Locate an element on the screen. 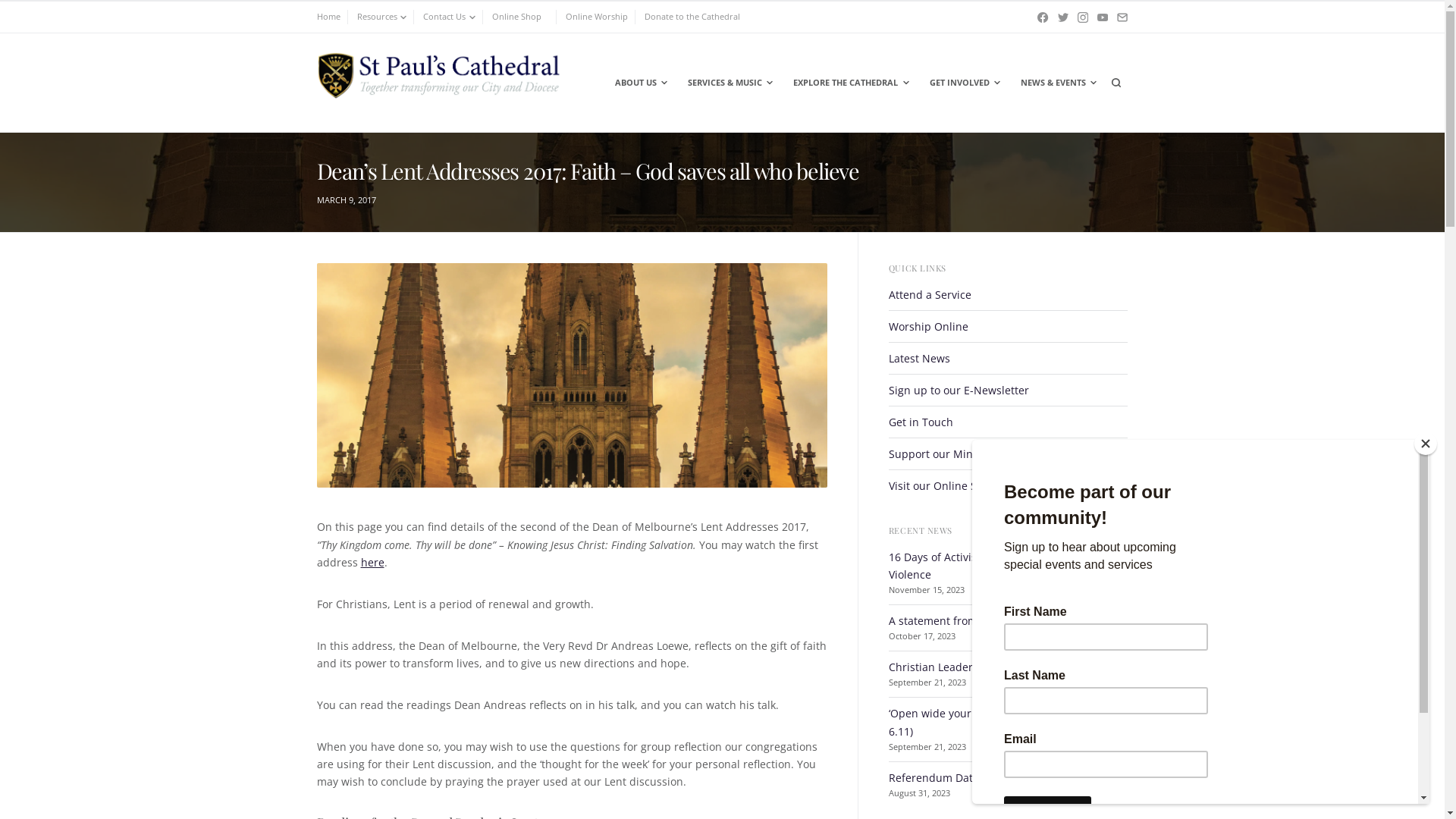 This screenshot has width=1456, height=819. 'Twitter' is located at coordinates (1062, 17).